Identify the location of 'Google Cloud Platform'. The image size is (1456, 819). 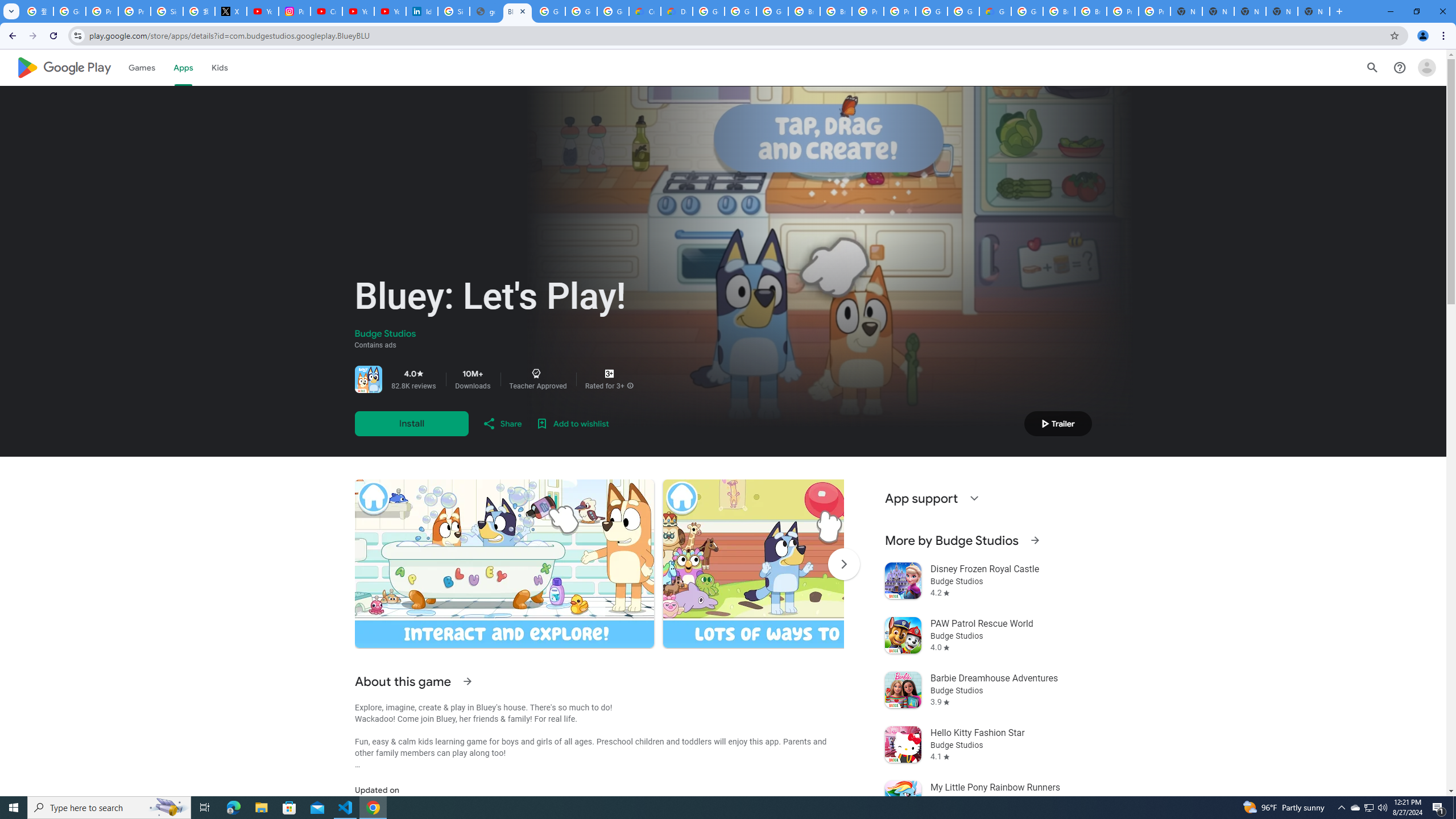
(962, 11).